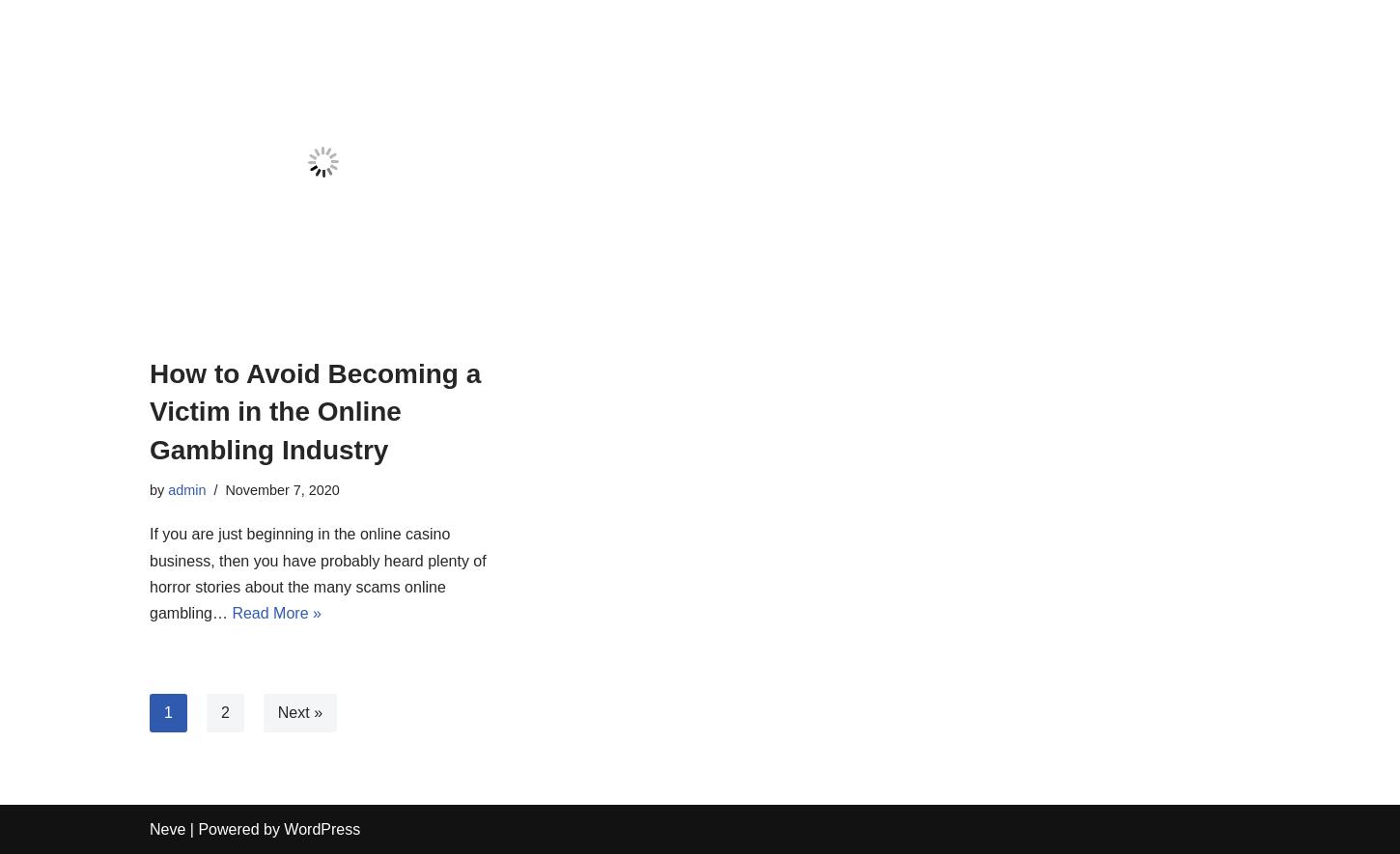  Describe the element at coordinates (275, 611) in the screenshot. I see `'Read More »'` at that location.